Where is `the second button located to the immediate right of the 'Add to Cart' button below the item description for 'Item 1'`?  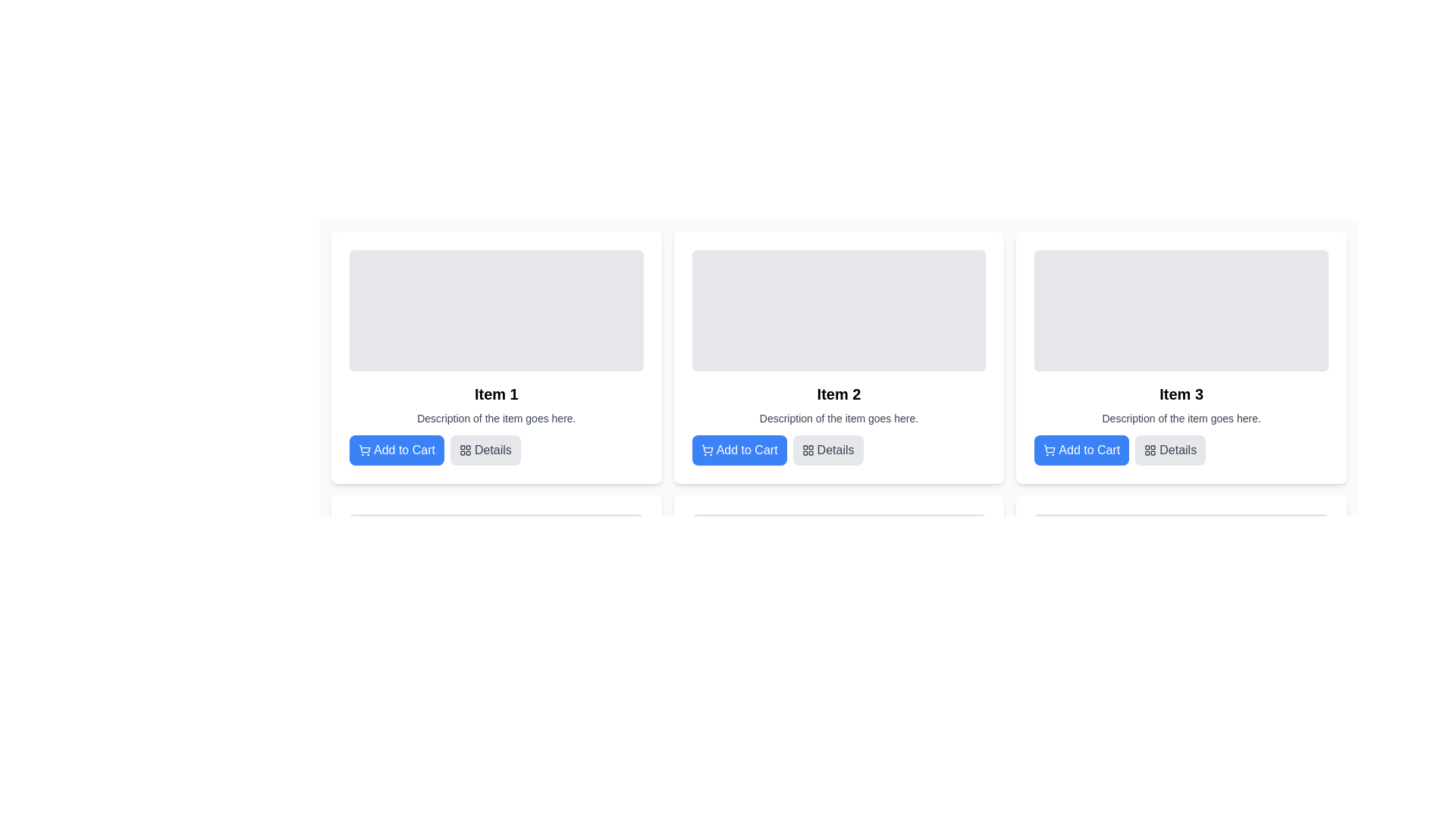 the second button located to the immediate right of the 'Add to Cart' button below the item description for 'Item 1' is located at coordinates (485, 450).